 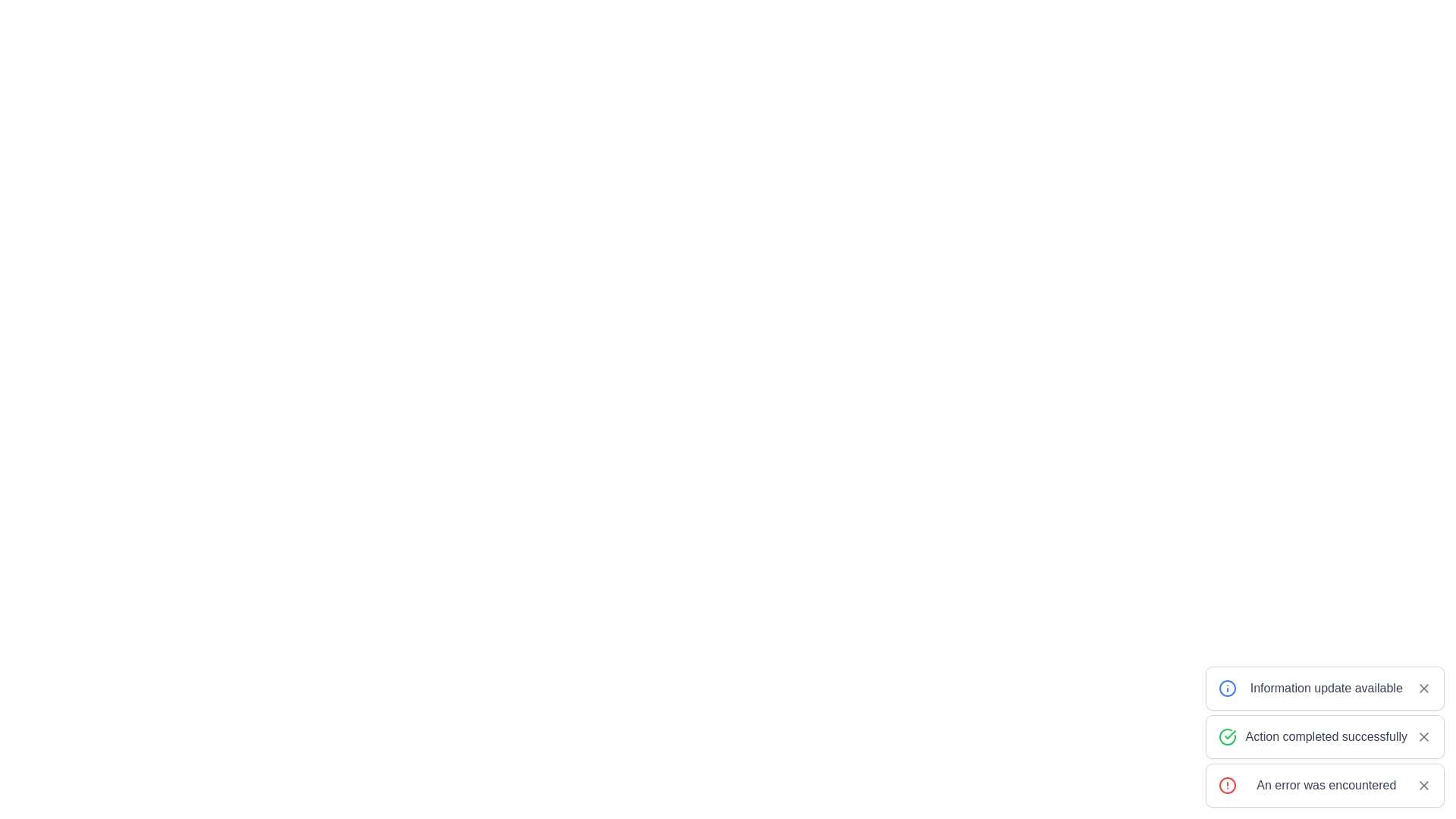 I want to click on the Informational icon associated with the notification card that displays 'Information update available' located at the top of the right-side panel, so click(x=1227, y=688).